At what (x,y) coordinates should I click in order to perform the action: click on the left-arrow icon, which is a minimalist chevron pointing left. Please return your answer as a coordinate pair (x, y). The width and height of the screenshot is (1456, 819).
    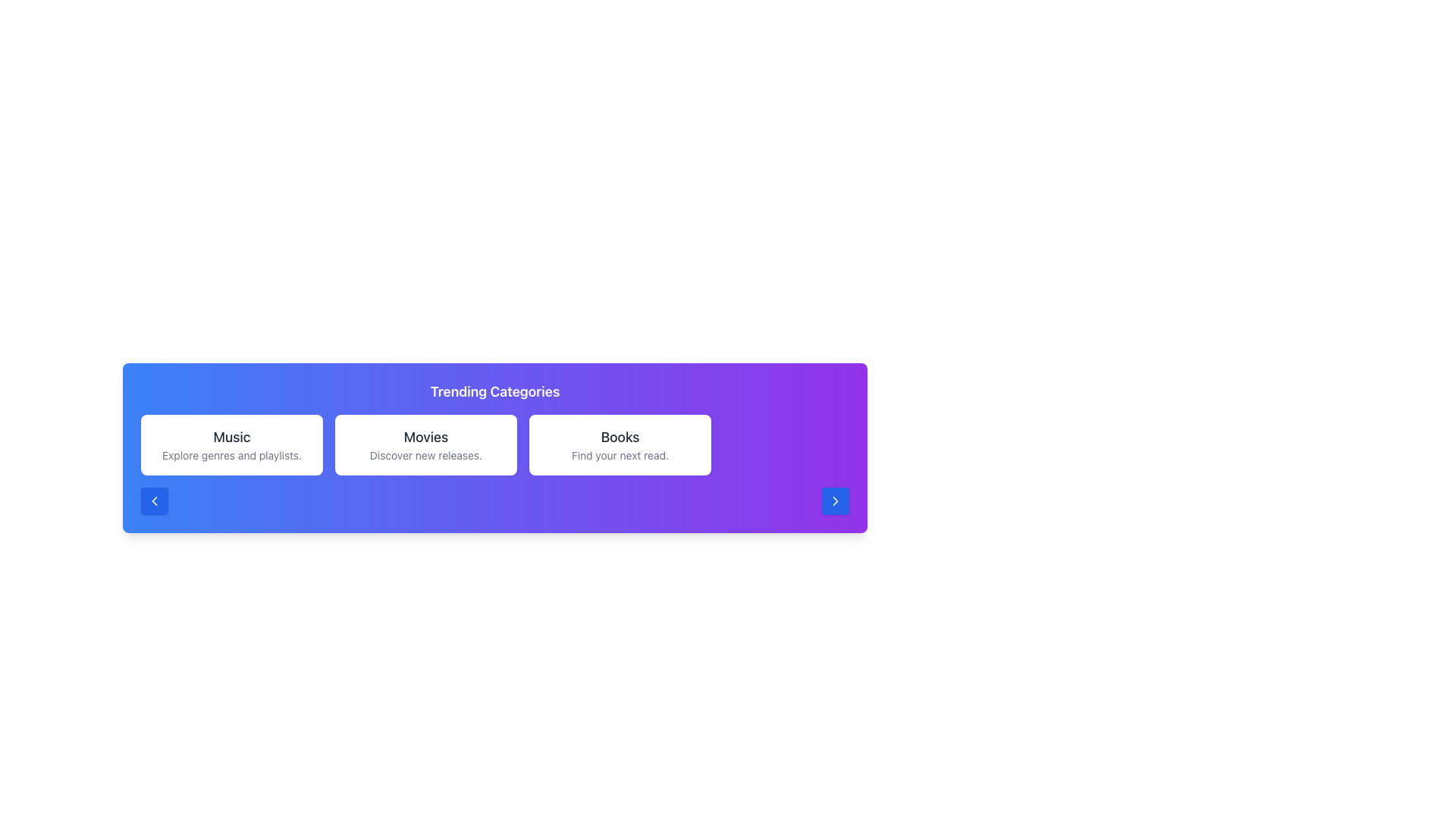
    Looking at the image, I should click on (154, 500).